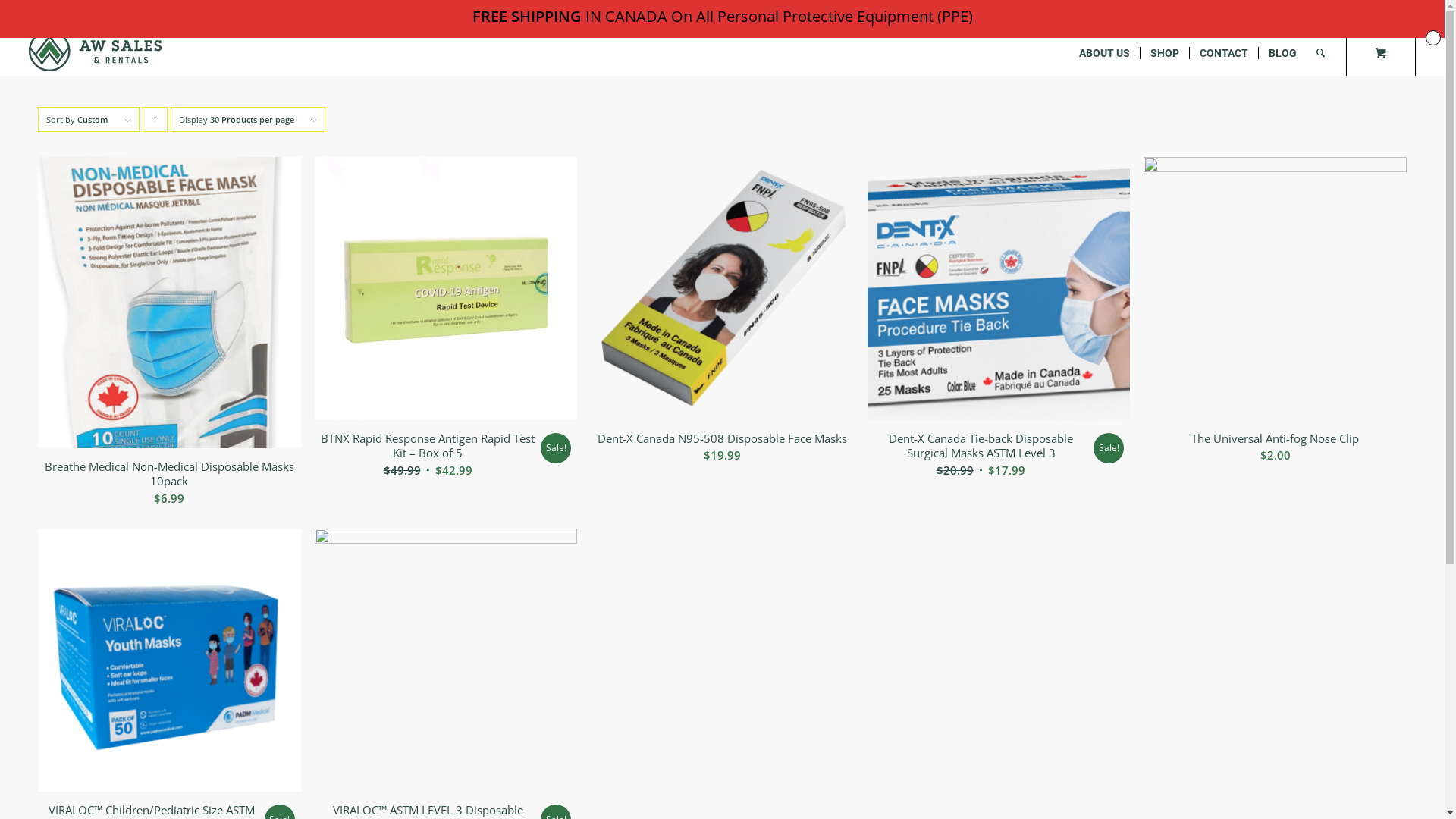 The image size is (1456, 819). Describe the element at coordinates (1358, 11) in the screenshot. I see `'Facebook'` at that location.